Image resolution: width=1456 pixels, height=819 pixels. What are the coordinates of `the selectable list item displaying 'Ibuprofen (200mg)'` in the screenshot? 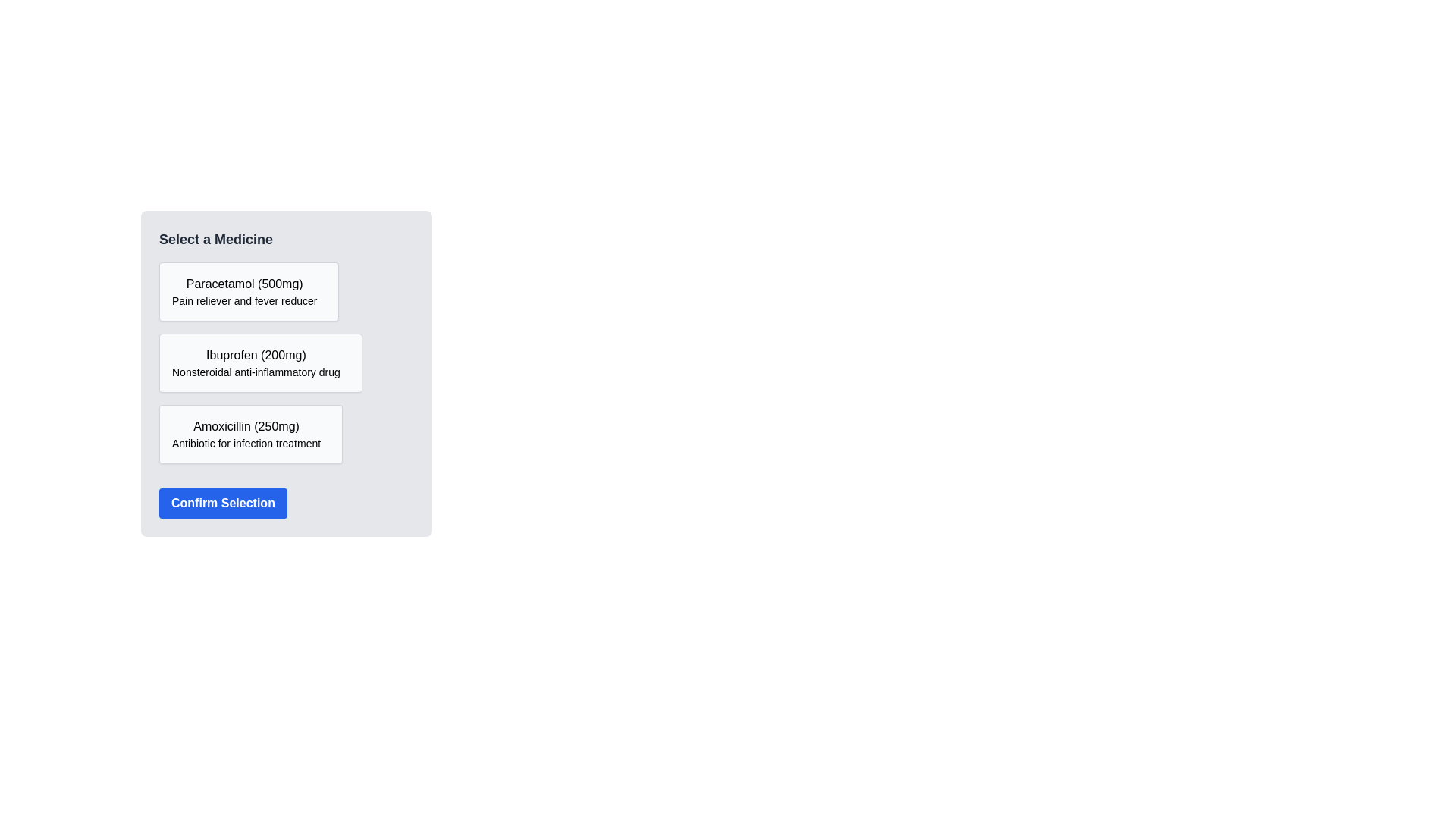 It's located at (260, 362).